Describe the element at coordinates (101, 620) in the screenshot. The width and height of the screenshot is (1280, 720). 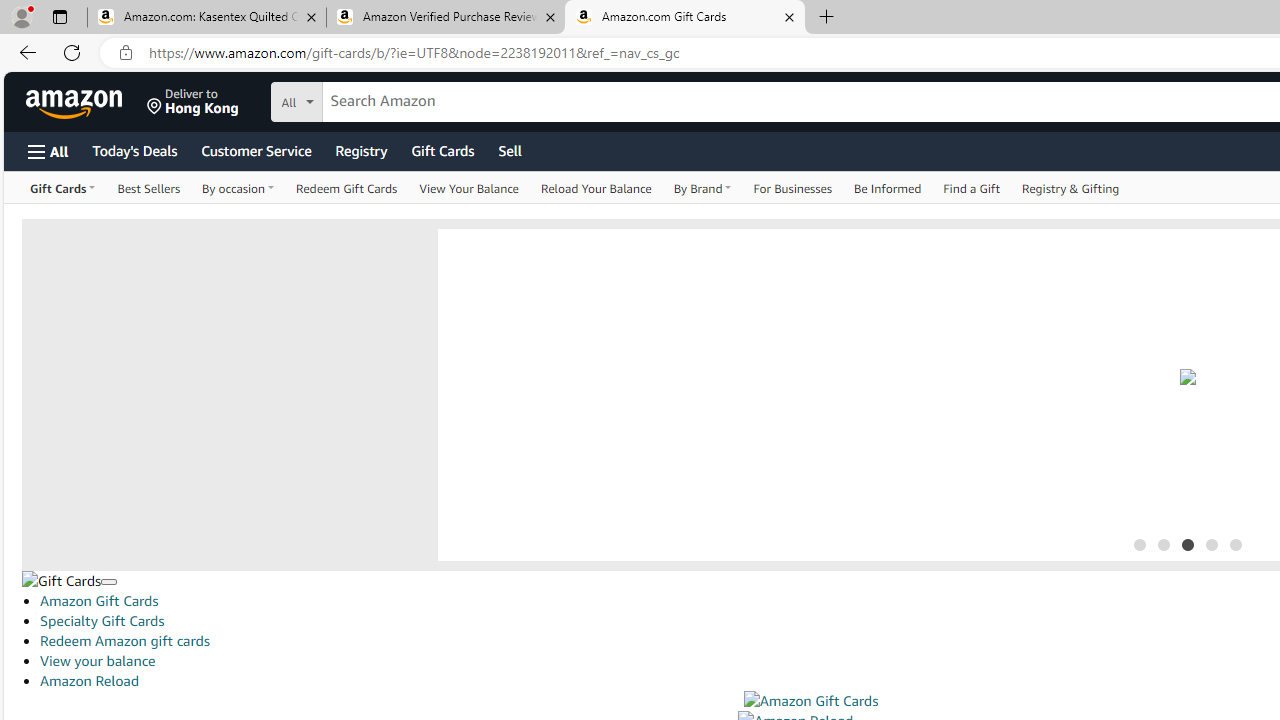
I see `'Specialty Gift Cards'` at that location.